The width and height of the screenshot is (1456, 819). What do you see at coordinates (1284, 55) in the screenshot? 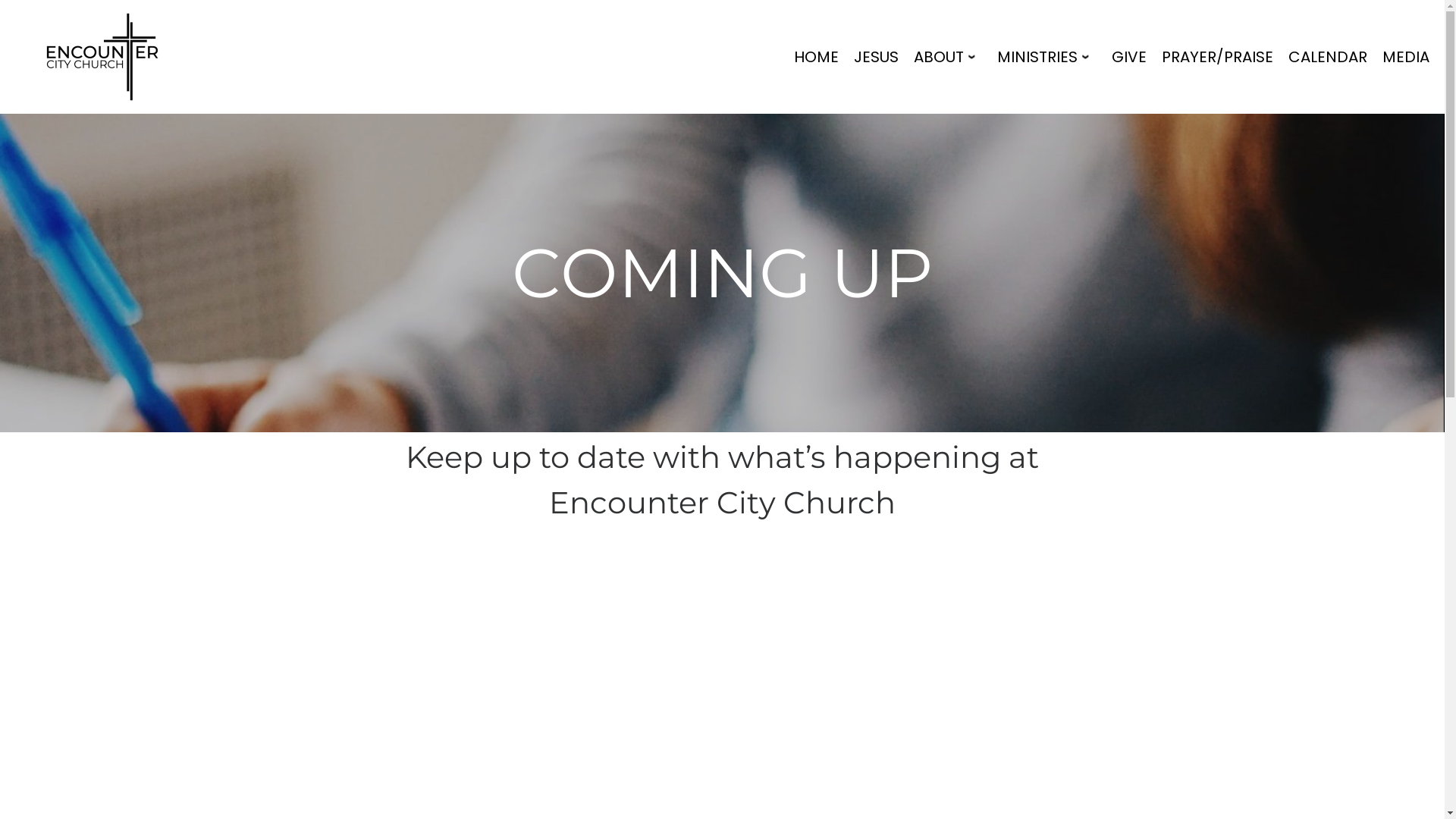
I see `'CALENDAR'` at bounding box center [1284, 55].